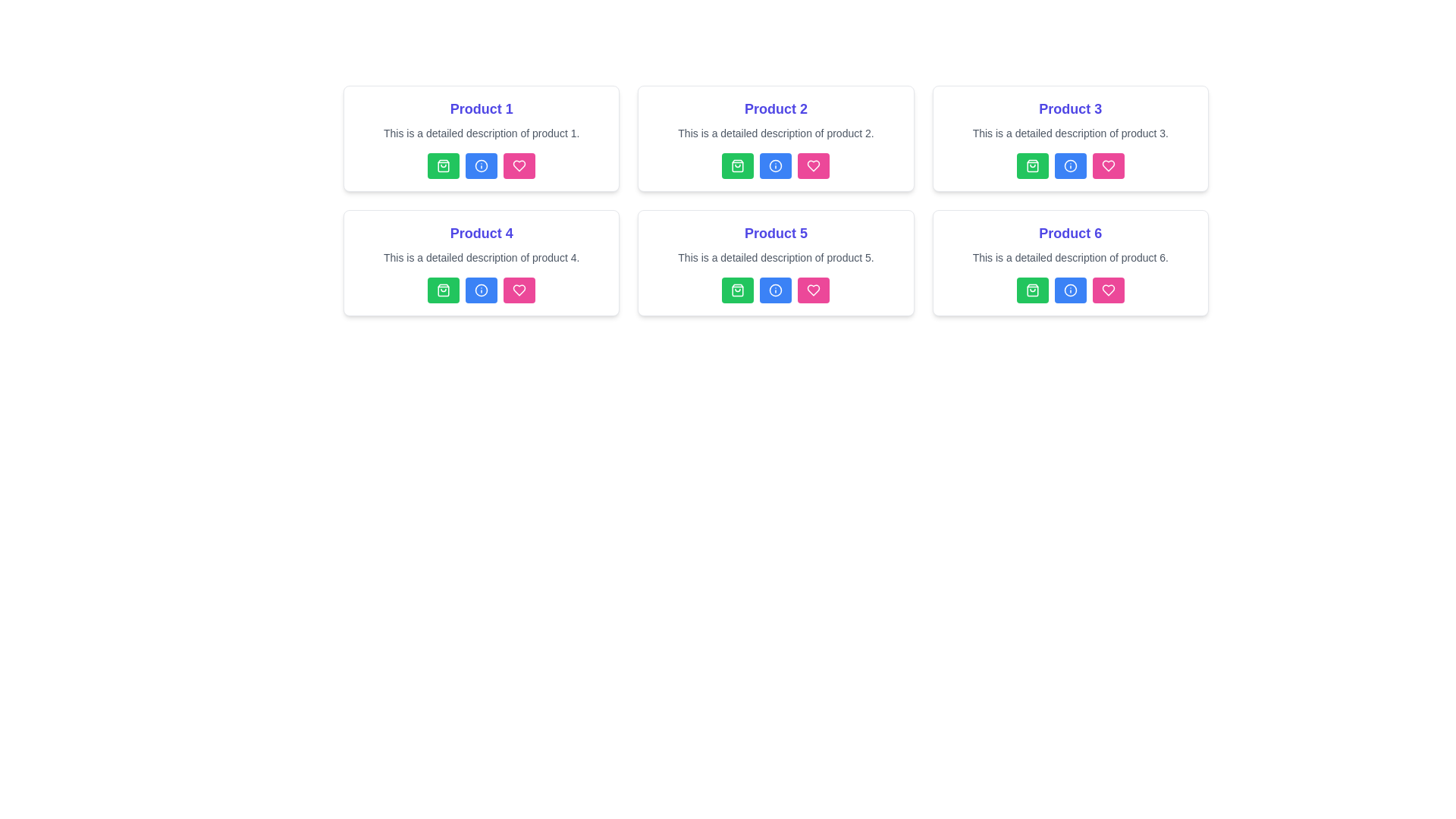 The width and height of the screenshot is (1456, 819). I want to click on the 'like' or 'favorite' icon within the button for 'Product 6', so click(1108, 290).